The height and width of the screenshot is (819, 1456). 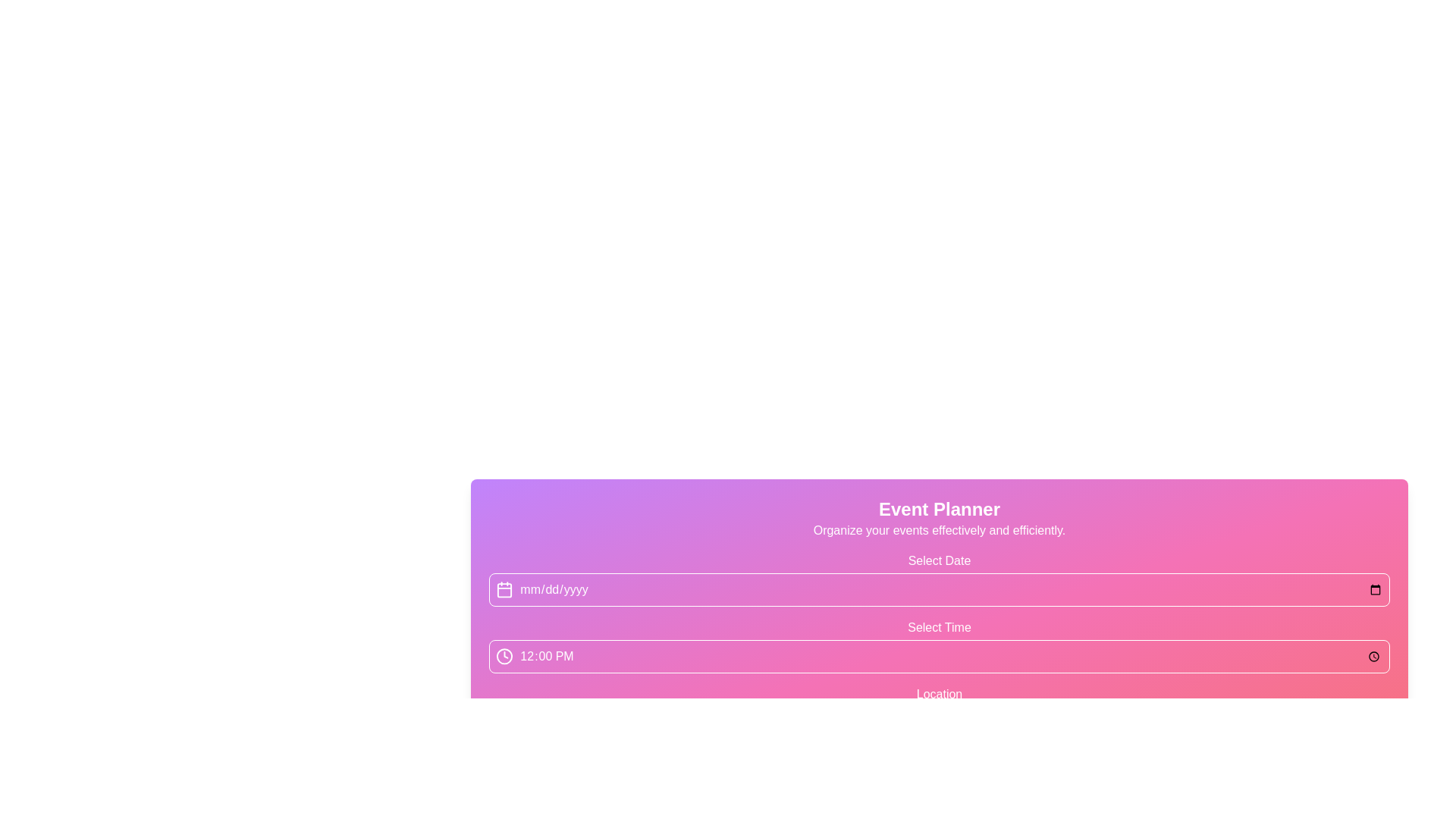 I want to click on the SVG Circle representing a clock face, which is part of the 'Select Time' row, positioned to the immediate left of the text '12:00 PM', so click(x=504, y=656).